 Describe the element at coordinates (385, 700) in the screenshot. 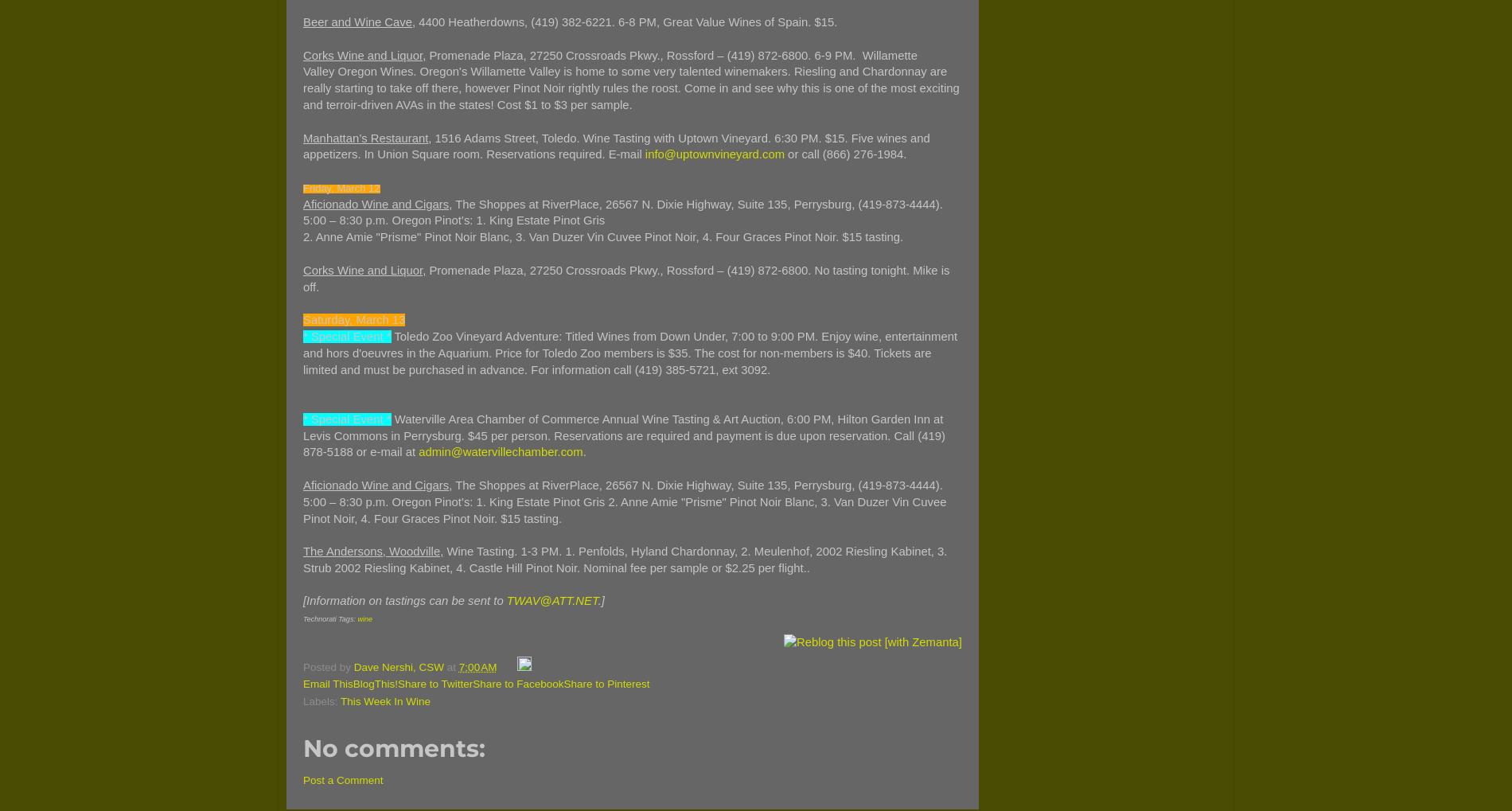

I see `'This Week In Wine'` at that location.